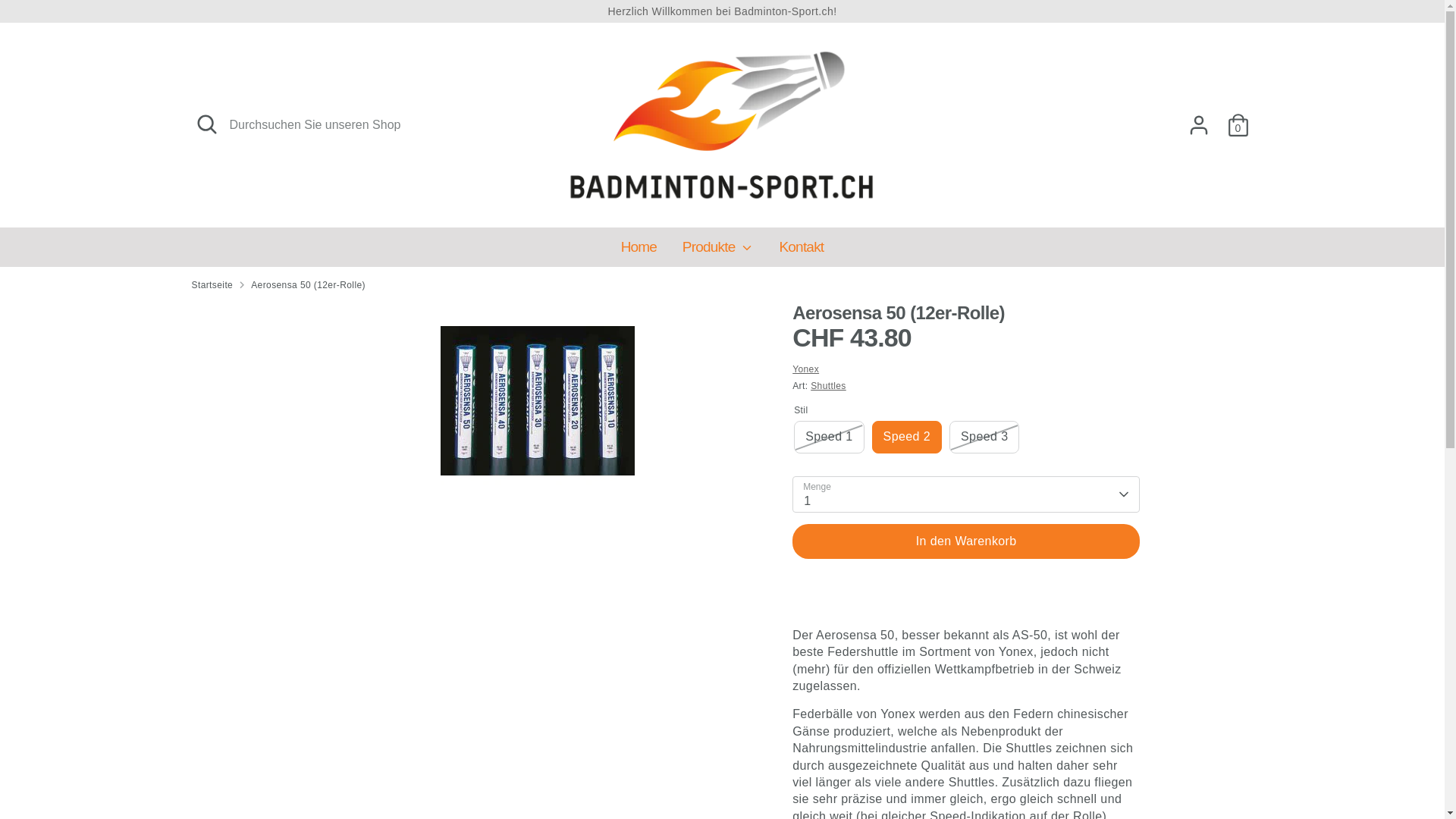 The height and width of the screenshot is (819, 1456). Describe the element at coordinates (211, 285) in the screenshot. I see `'Startseite'` at that location.